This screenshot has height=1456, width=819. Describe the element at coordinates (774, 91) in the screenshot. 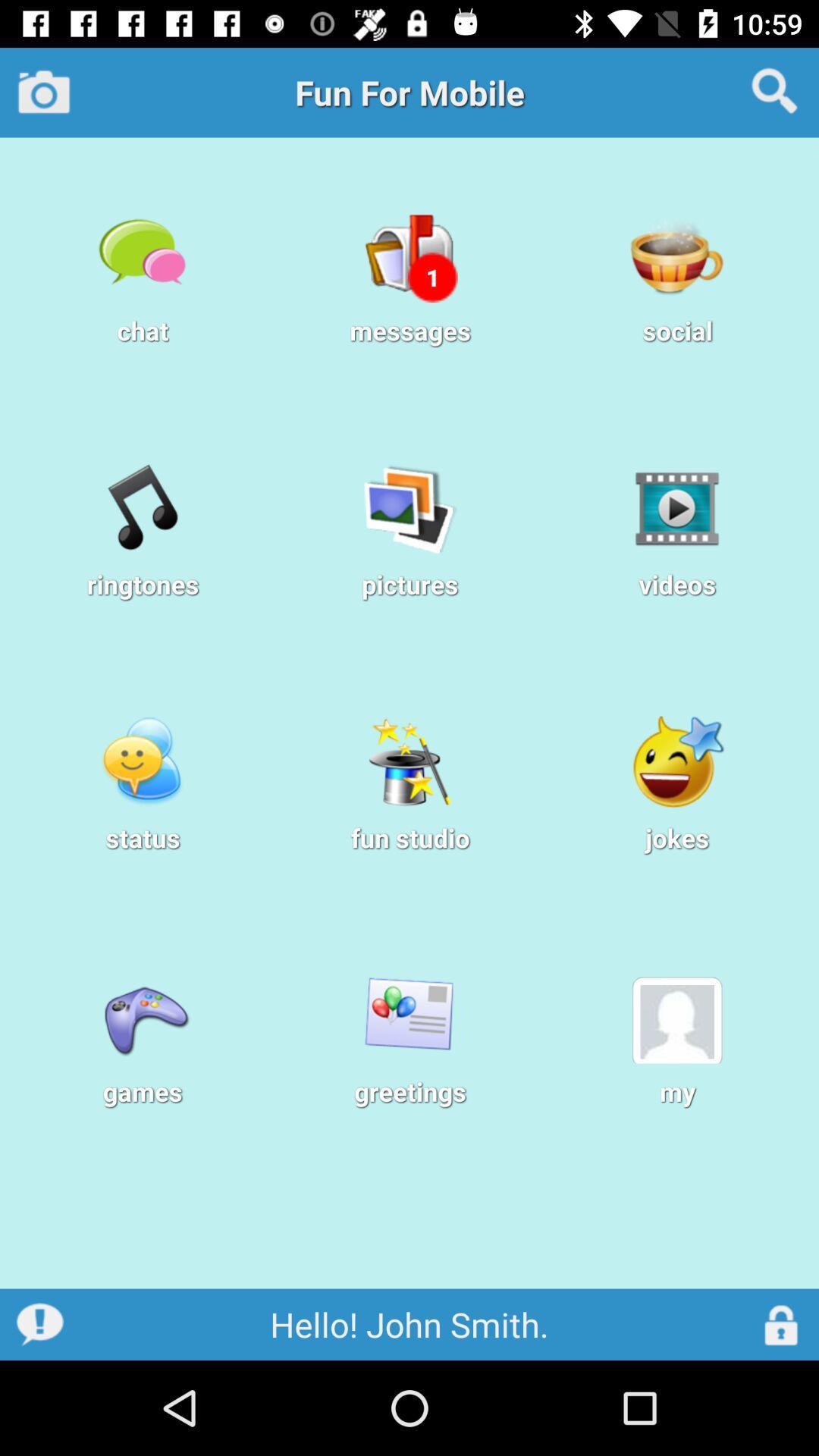

I see `the search icon` at that location.